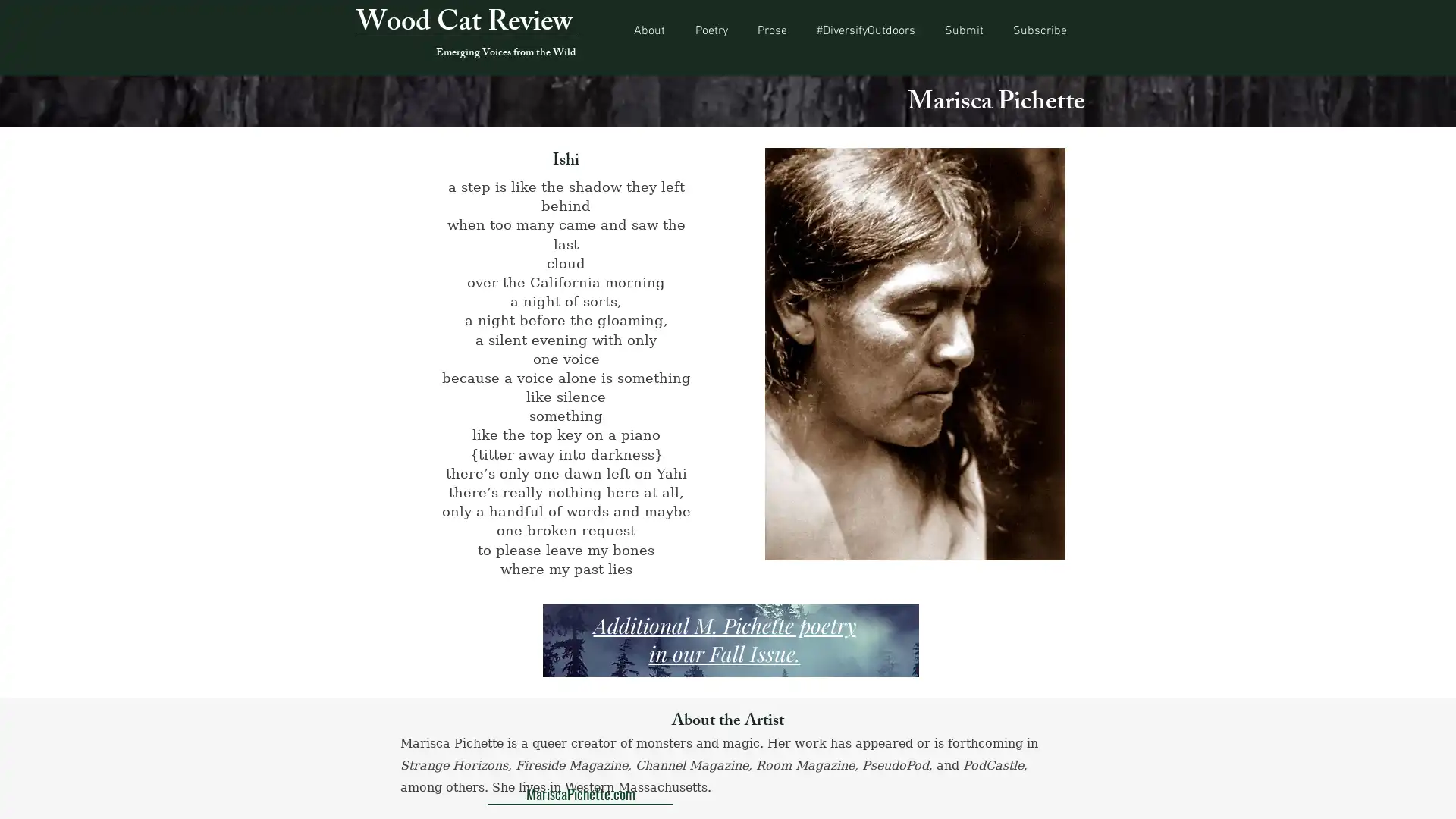  I want to click on Close, so click(1437, 794).